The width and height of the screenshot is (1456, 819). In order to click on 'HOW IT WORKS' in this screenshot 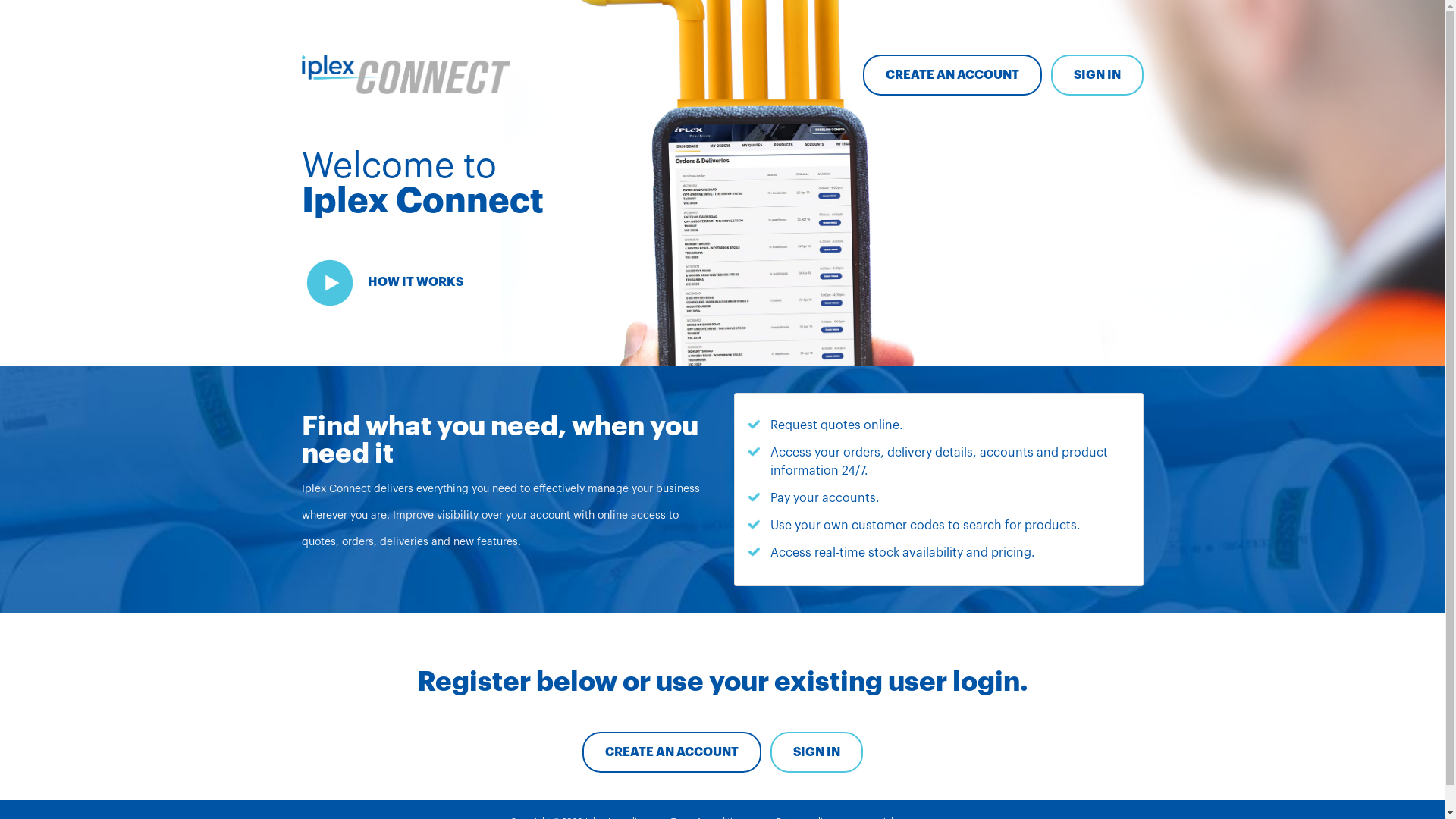, I will do `click(383, 283)`.